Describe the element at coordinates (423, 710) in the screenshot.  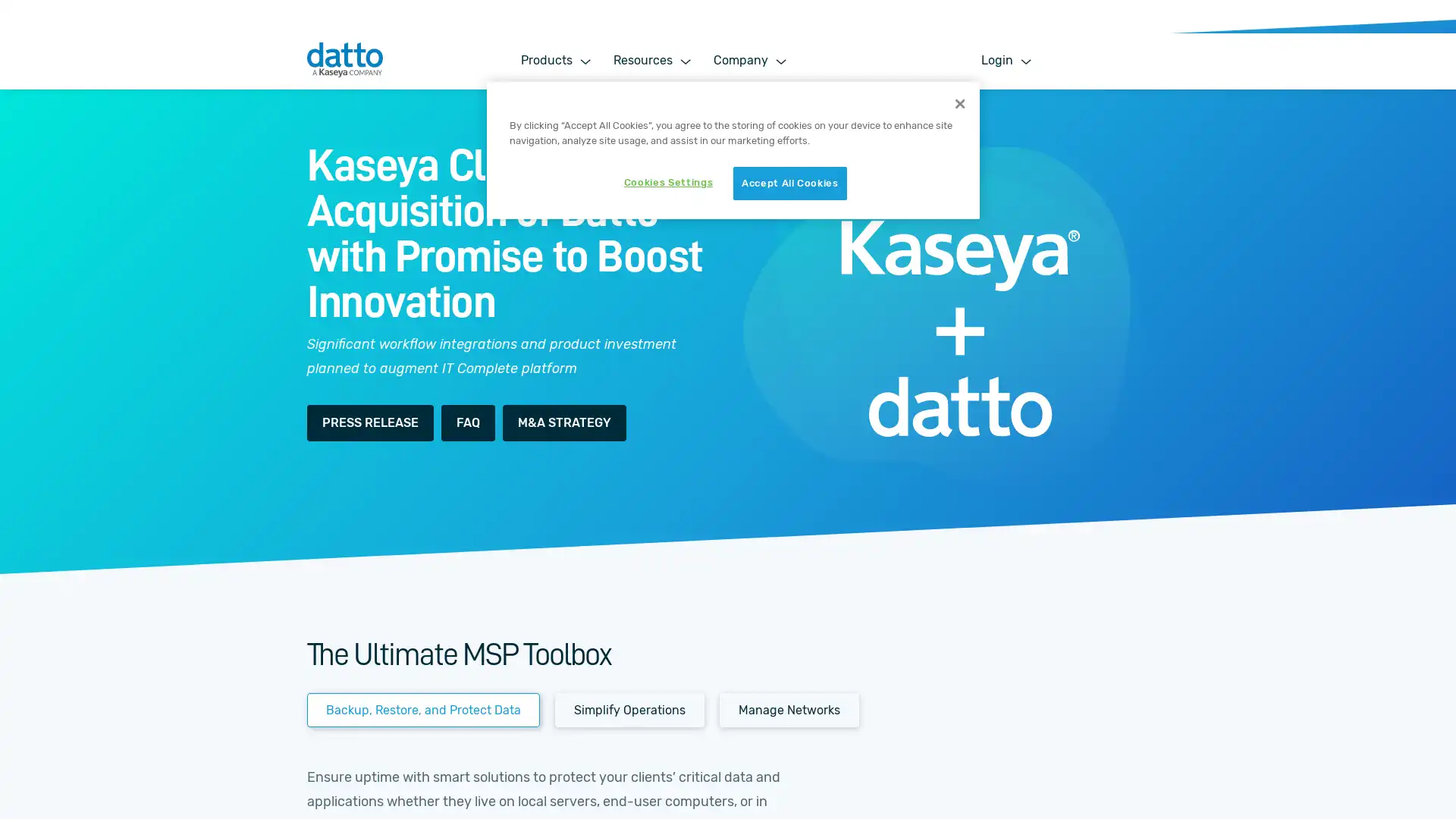
I see `Backup, Restore, and Protect Data` at that location.